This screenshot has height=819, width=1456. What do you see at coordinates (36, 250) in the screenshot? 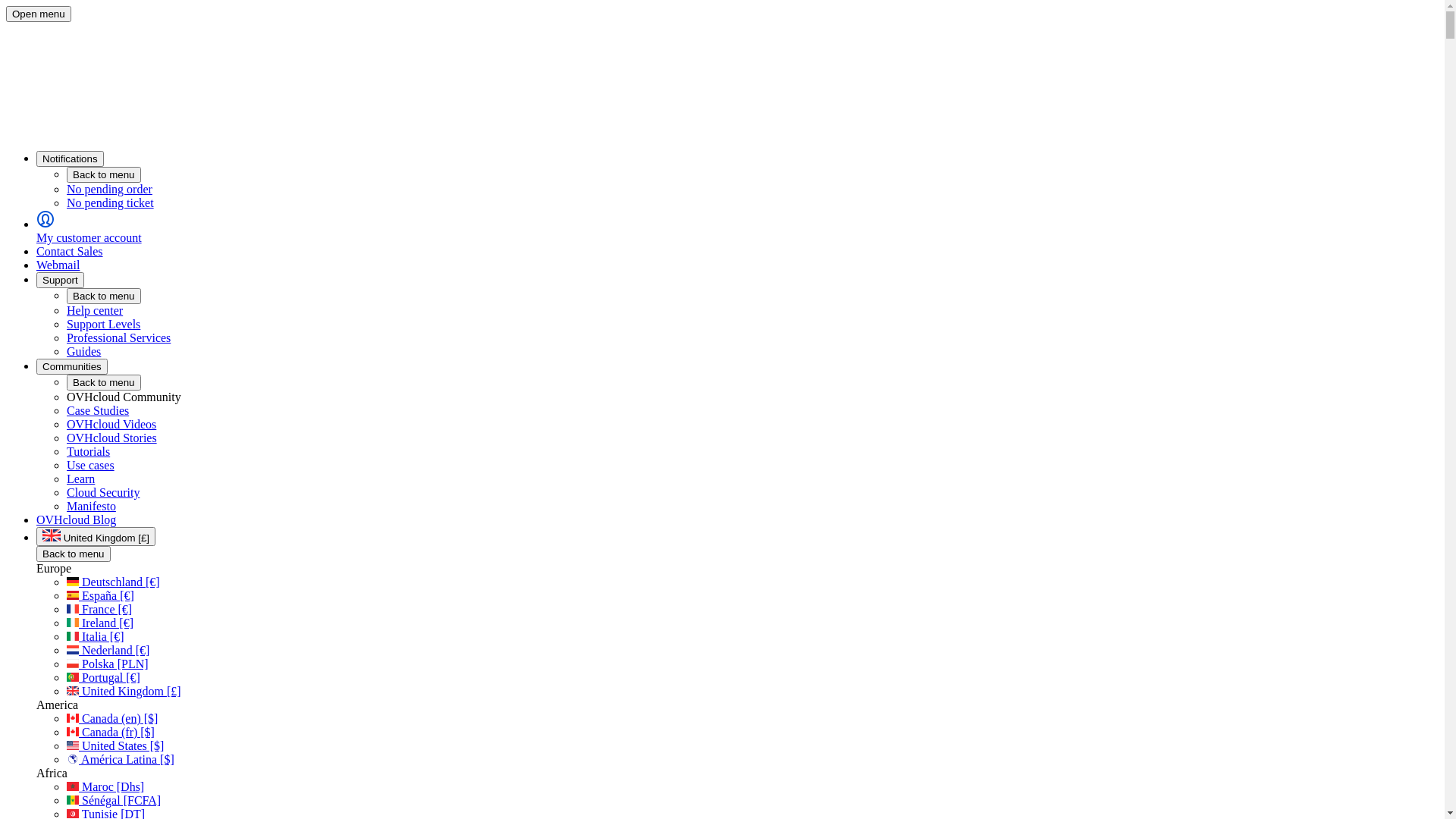
I see `'Contact Sales'` at bounding box center [36, 250].